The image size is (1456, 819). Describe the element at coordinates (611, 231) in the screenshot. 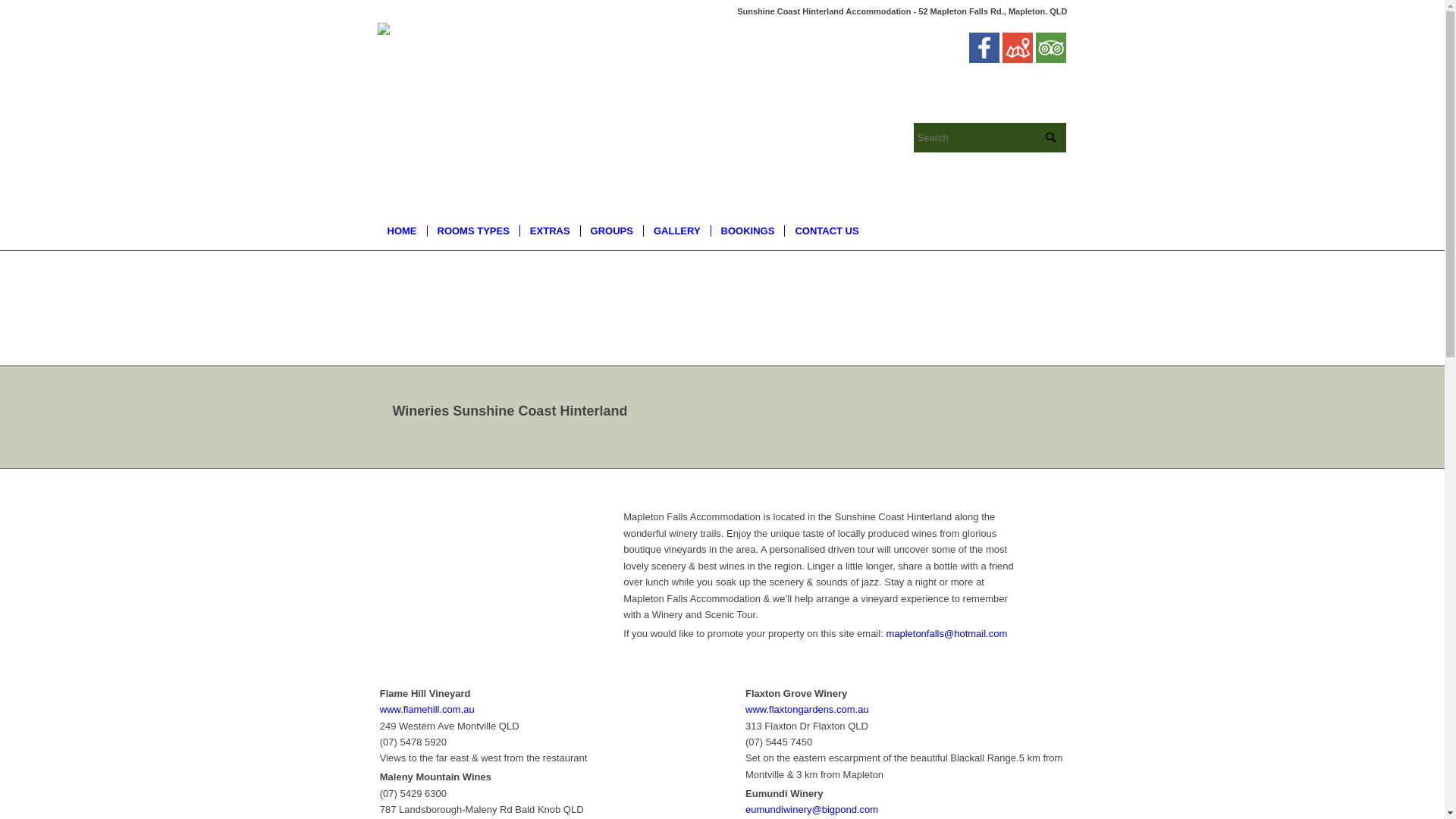

I see `'GROUPS'` at that location.